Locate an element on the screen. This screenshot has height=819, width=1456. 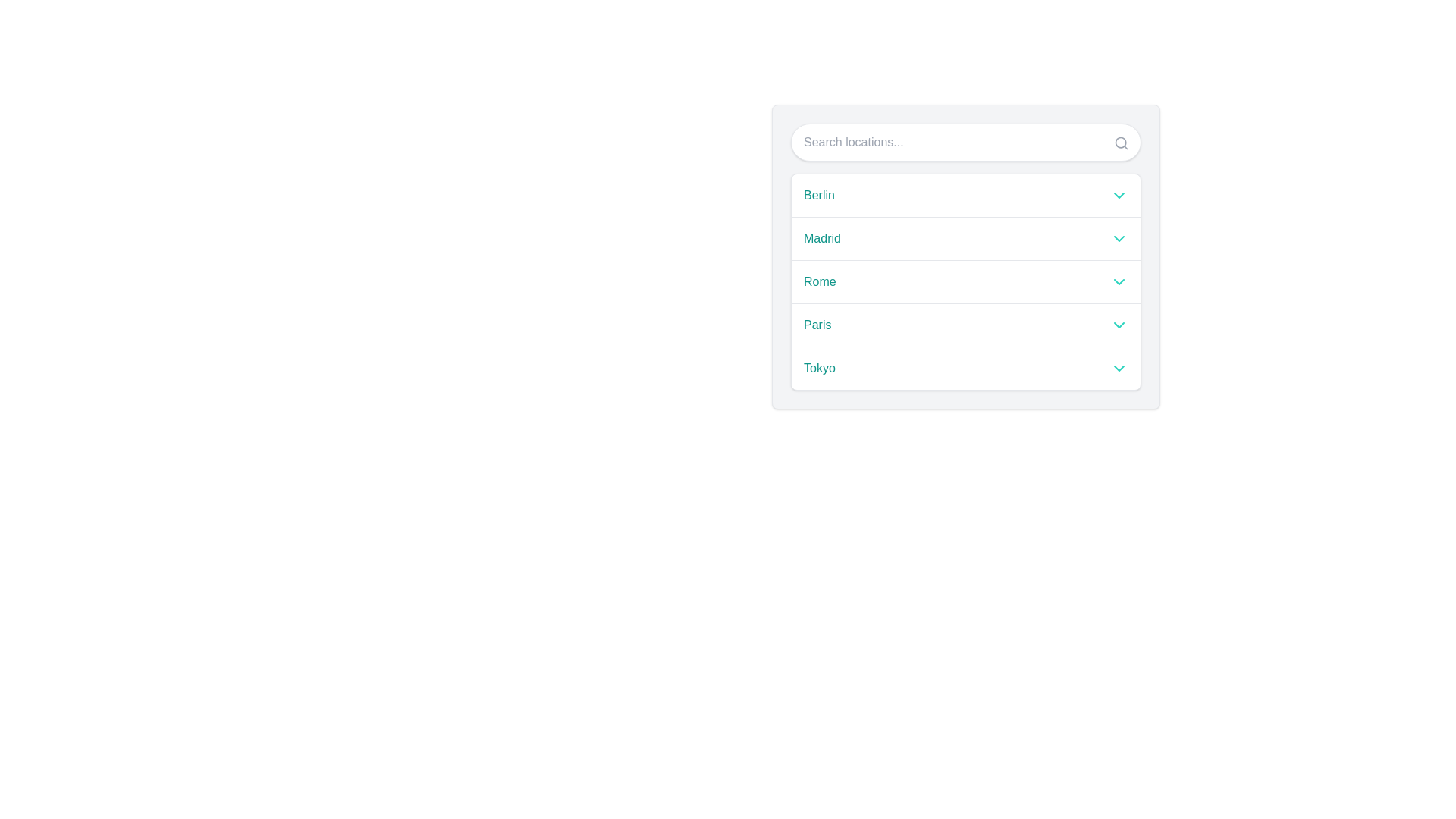
the dropdown list item for 'Rome' is located at coordinates (965, 281).